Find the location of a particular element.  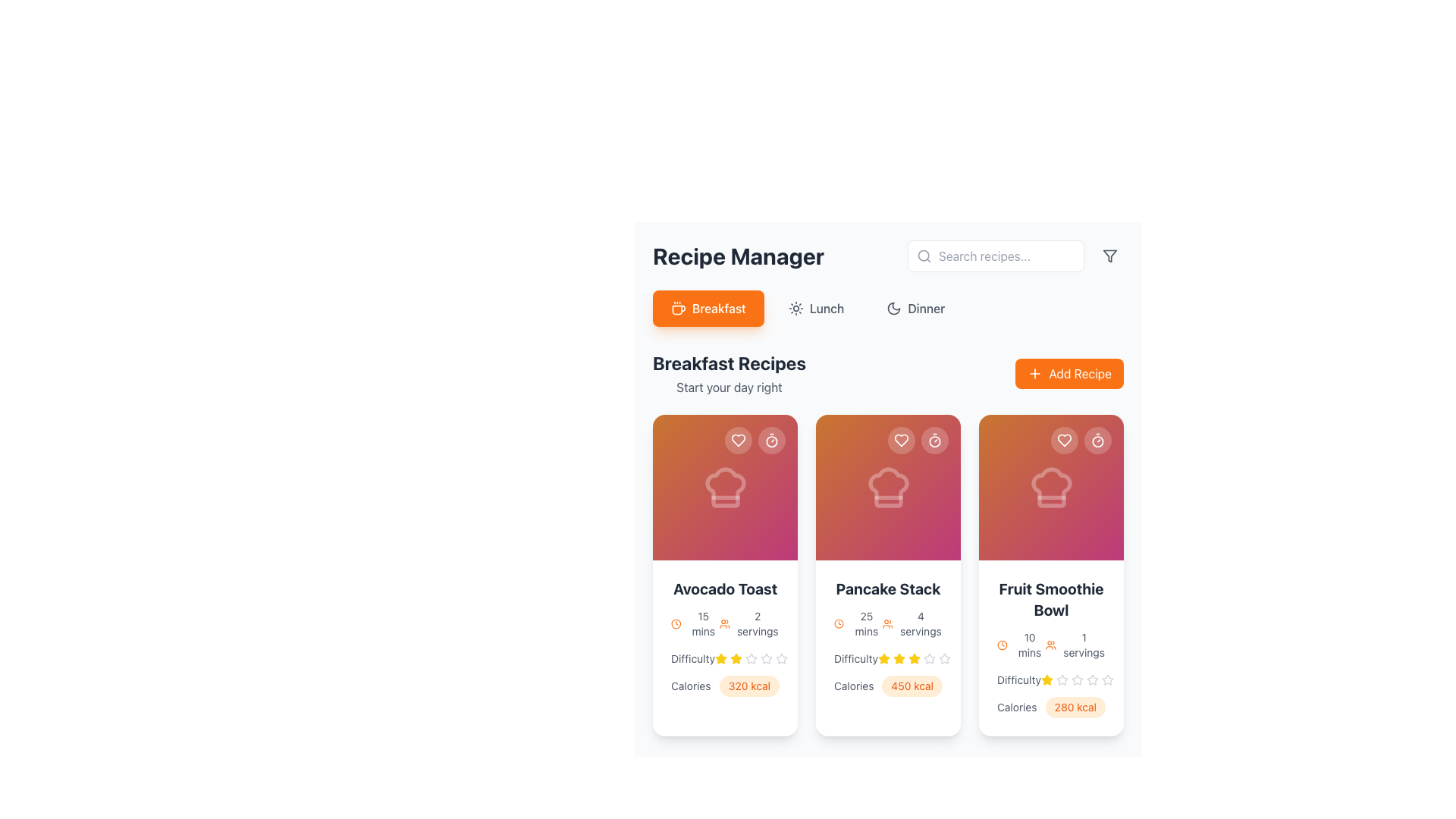

the fourth yellow star-shaped icon in the Difficulty section of the second recipe card is located at coordinates (913, 657).